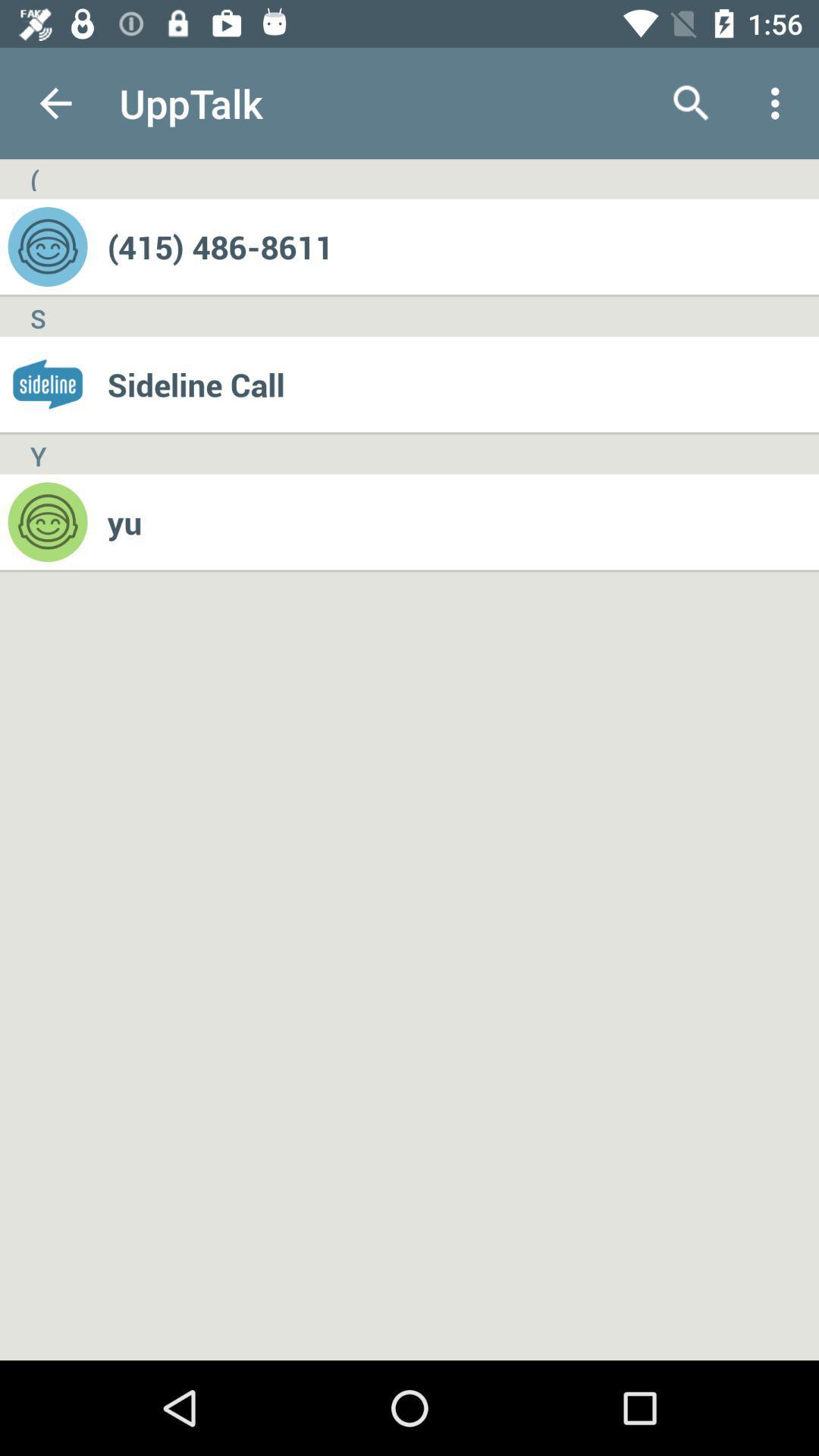  I want to click on sideline call item, so click(462, 384).